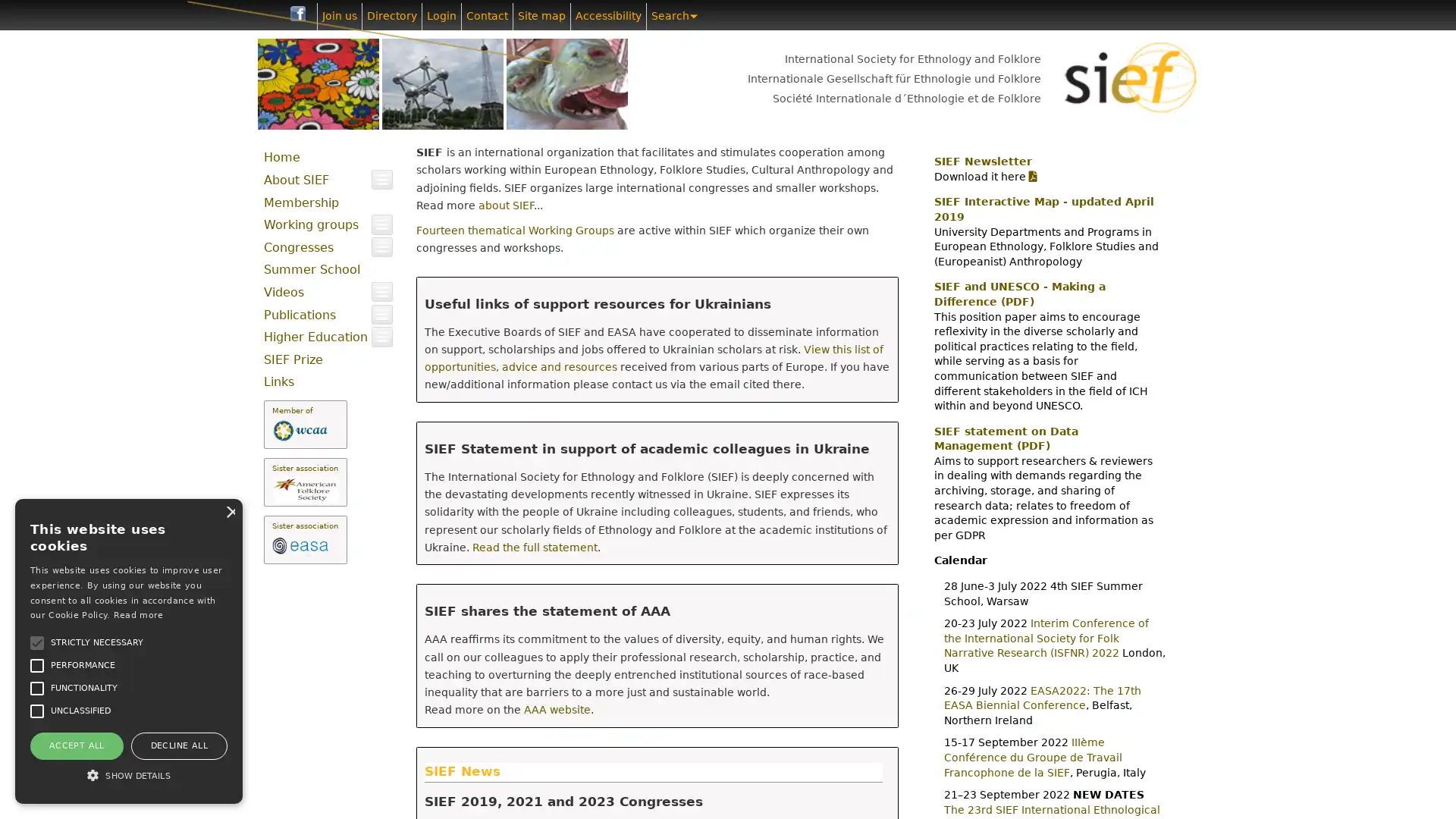 The height and width of the screenshot is (819, 1456). Describe the element at coordinates (75, 745) in the screenshot. I see `ACCEPT ALL` at that location.